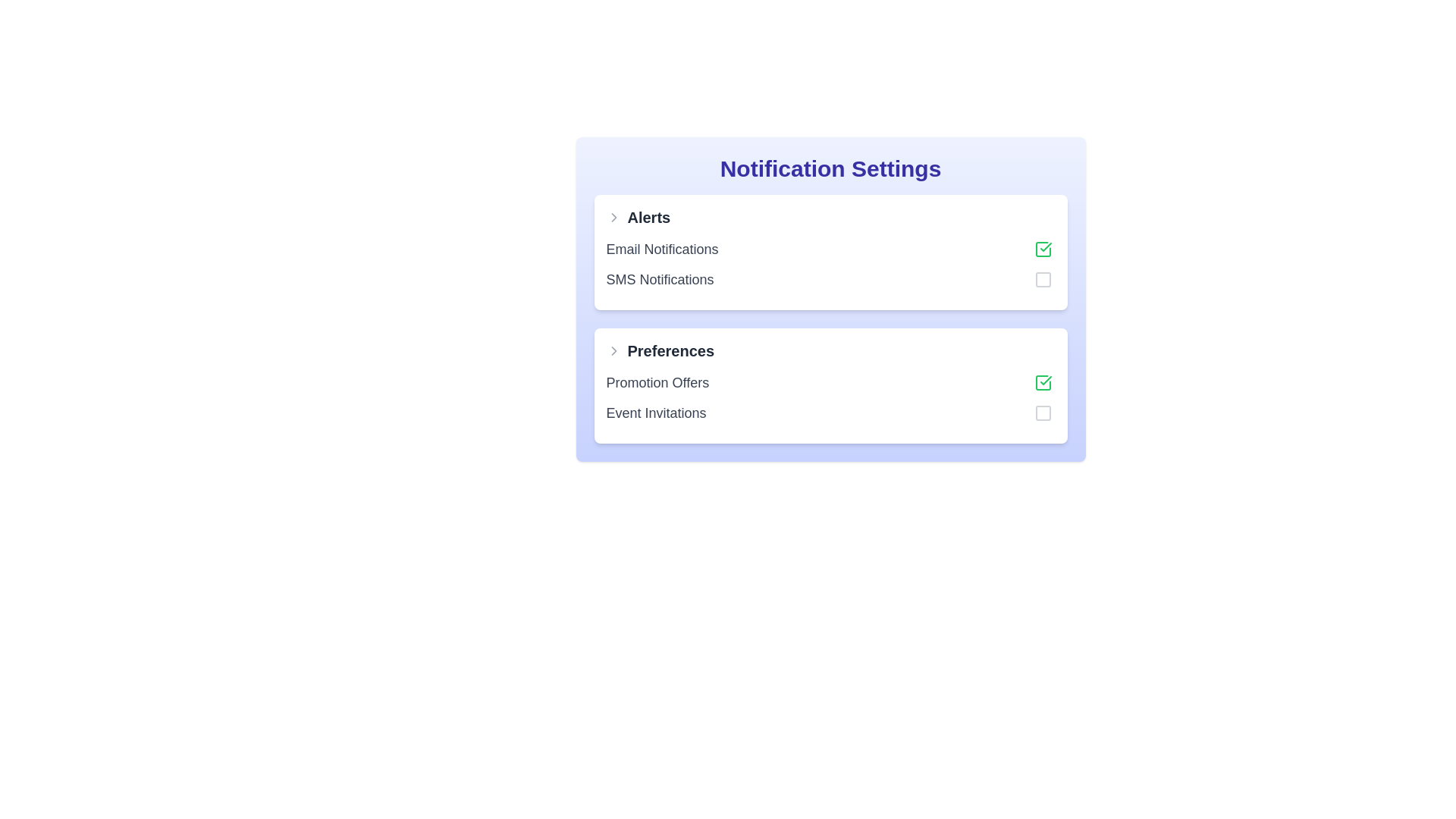 Image resolution: width=1456 pixels, height=819 pixels. What do you see at coordinates (830, 248) in the screenshot?
I see `the uppermost item in the 'Alerts' subsection of the 'Notification Settings' panel` at bounding box center [830, 248].